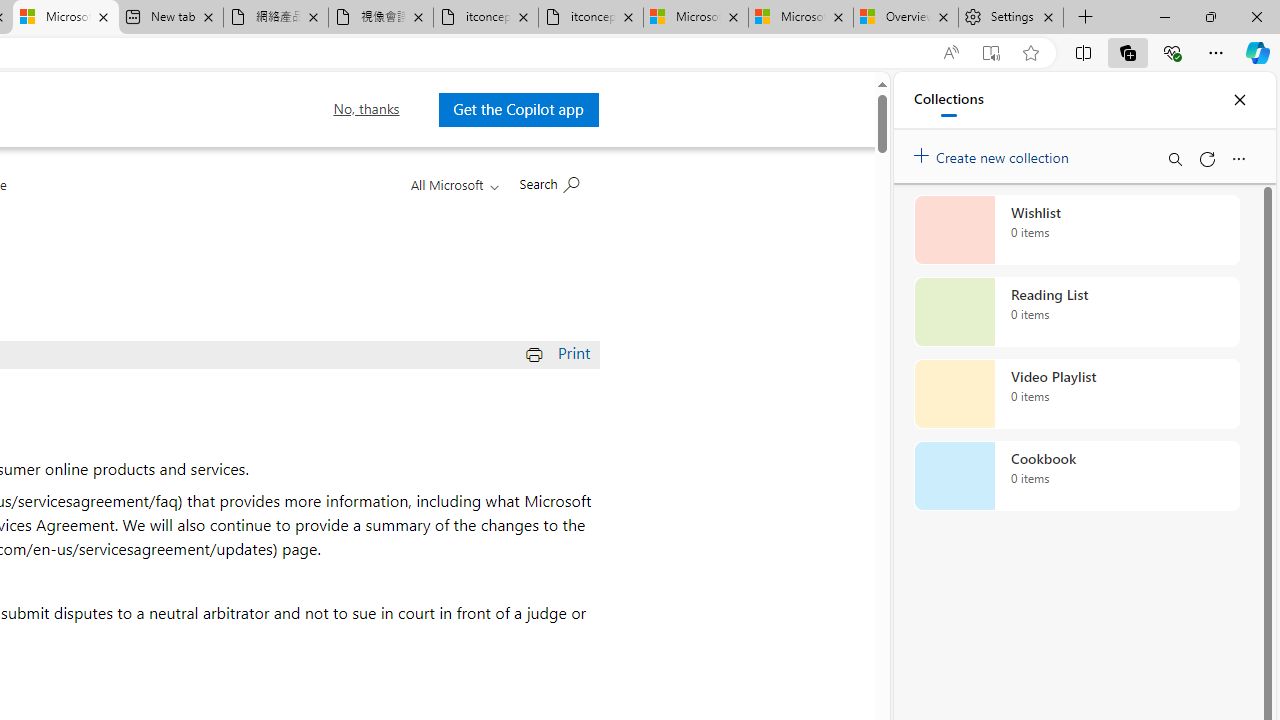  What do you see at coordinates (549, 182) in the screenshot?
I see `'Search Microsoft.com'` at bounding box center [549, 182].